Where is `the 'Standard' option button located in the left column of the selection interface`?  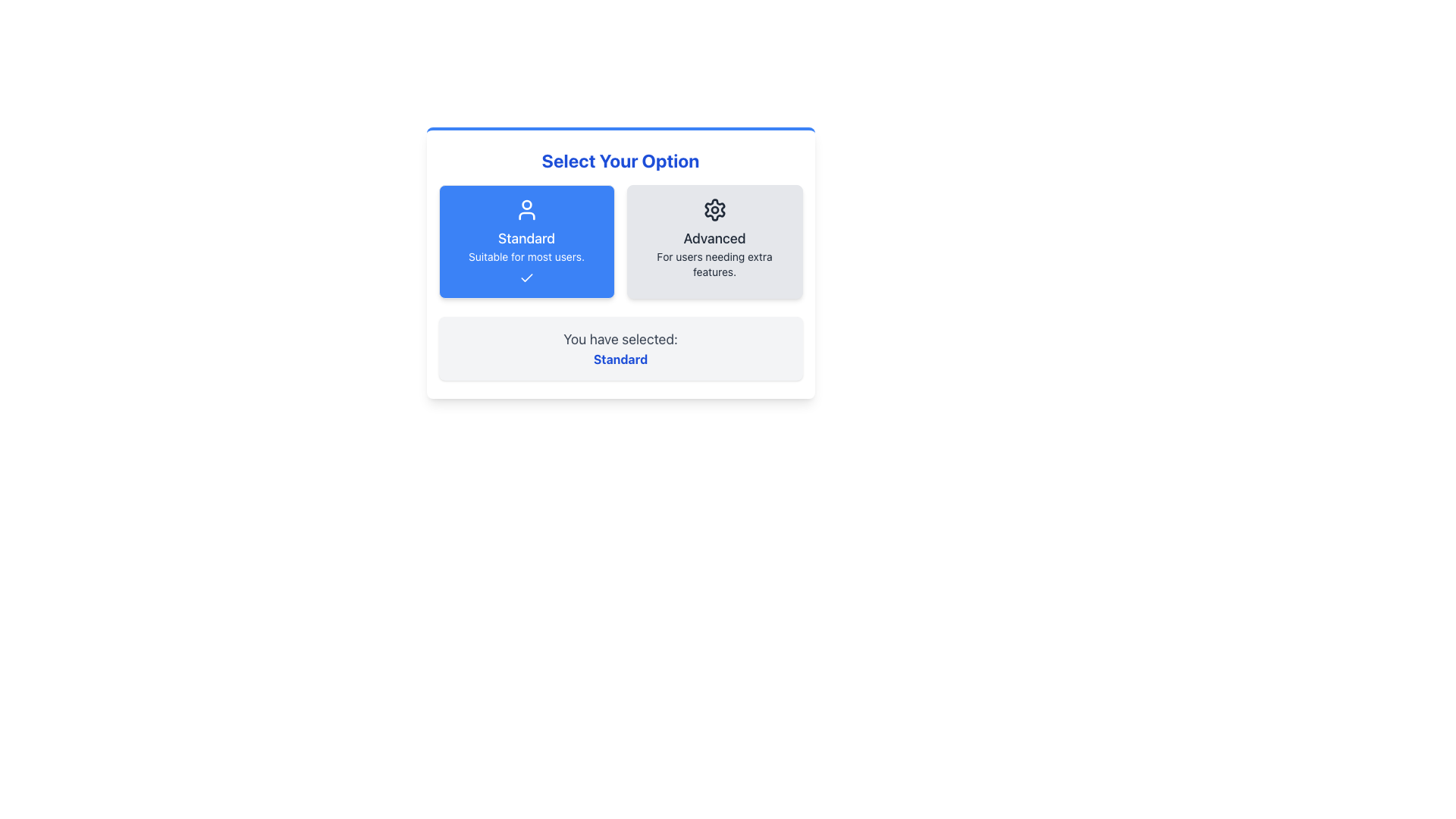 the 'Standard' option button located in the left column of the selection interface is located at coordinates (526, 241).